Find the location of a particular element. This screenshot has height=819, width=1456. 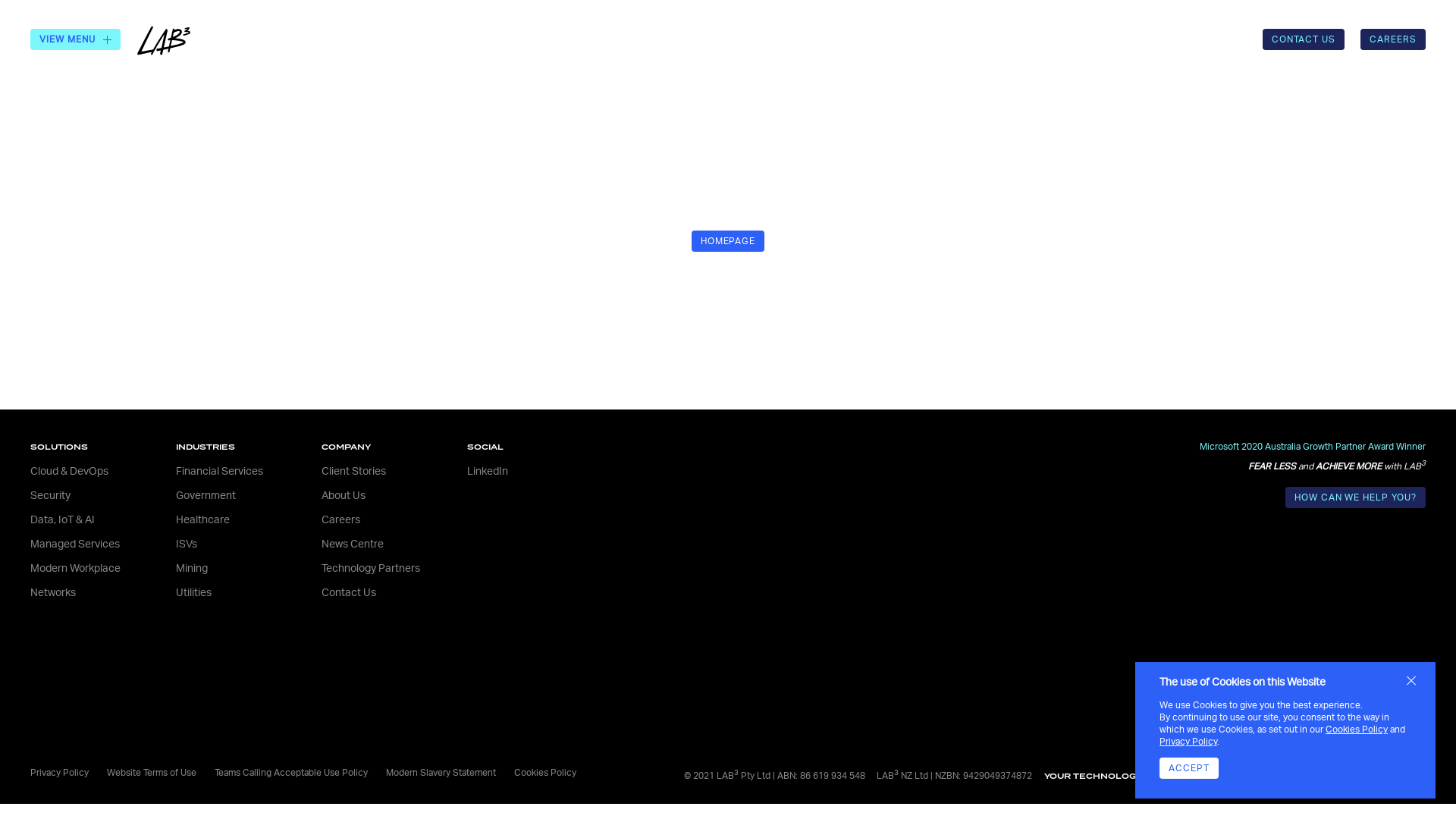

'News Centre' is located at coordinates (352, 543).